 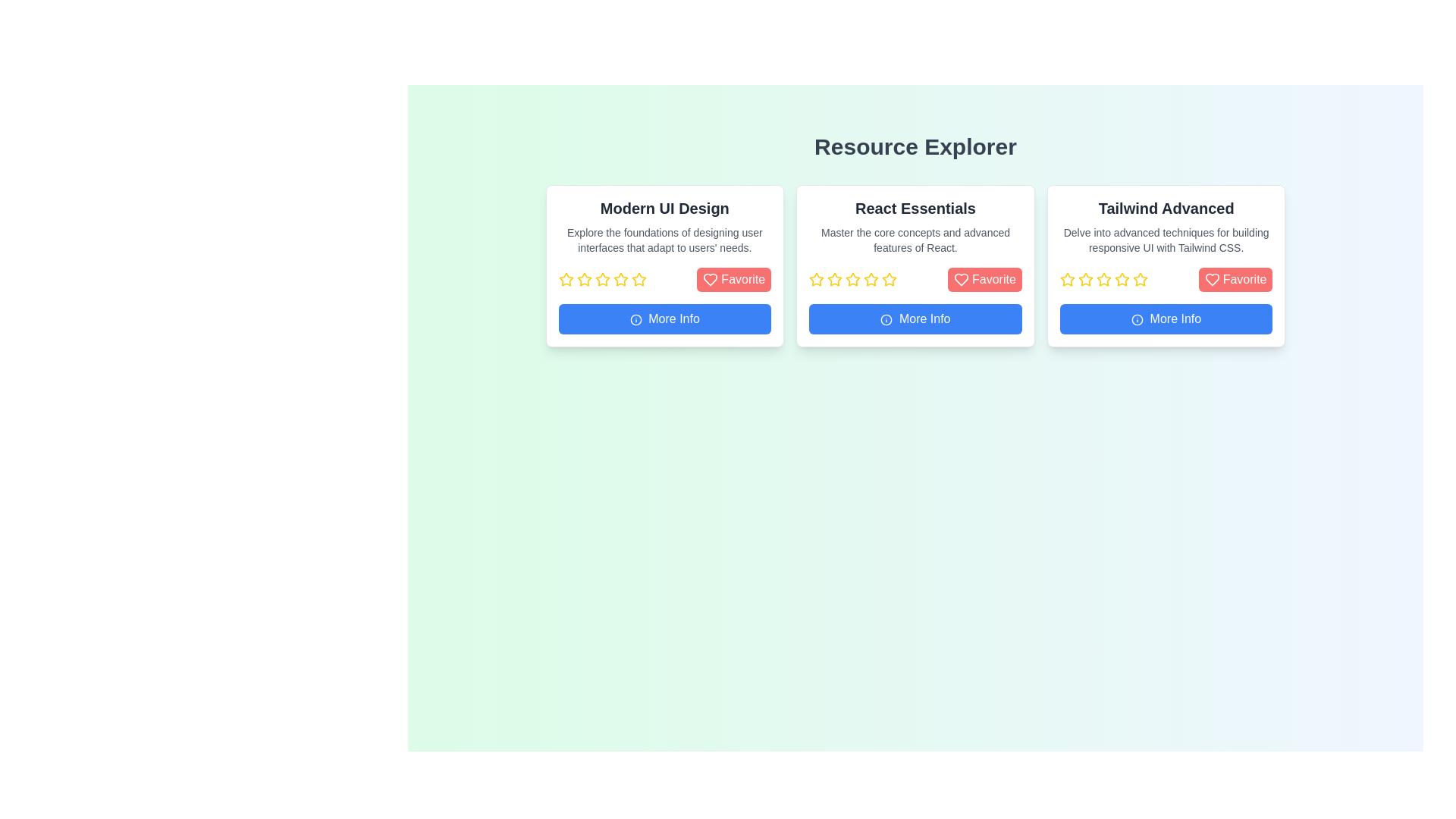 What do you see at coordinates (639, 279) in the screenshot?
I see `the second star-shaped rating icon filled with yellow color under the 'Modern UI Design' section in the Resource Explorer to rate it` at bounding box center [639, 279].